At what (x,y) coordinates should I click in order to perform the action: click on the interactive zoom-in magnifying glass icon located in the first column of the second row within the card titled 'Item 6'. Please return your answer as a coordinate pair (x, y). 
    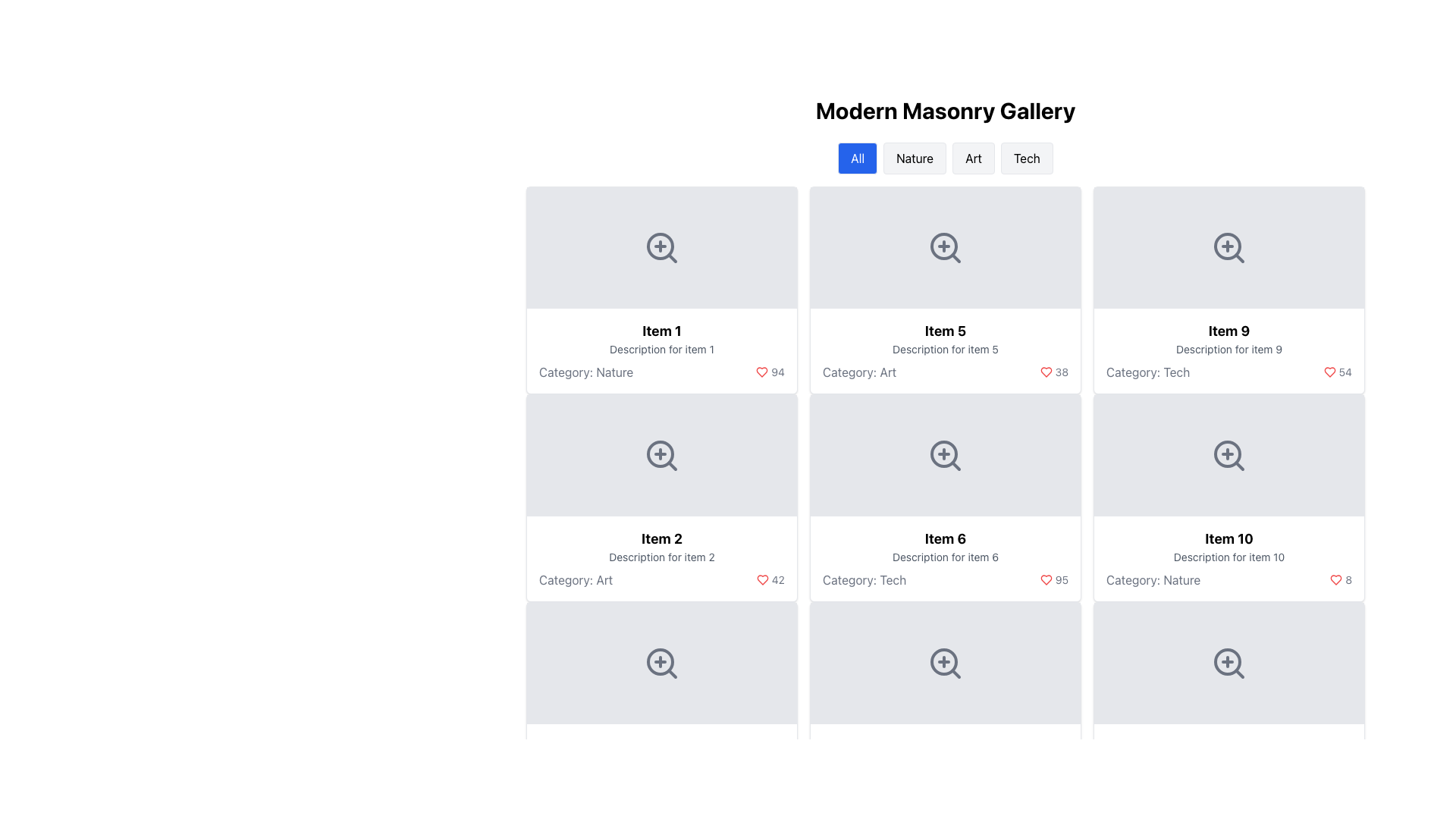
    Looking at the image, I should click on (945, 455).